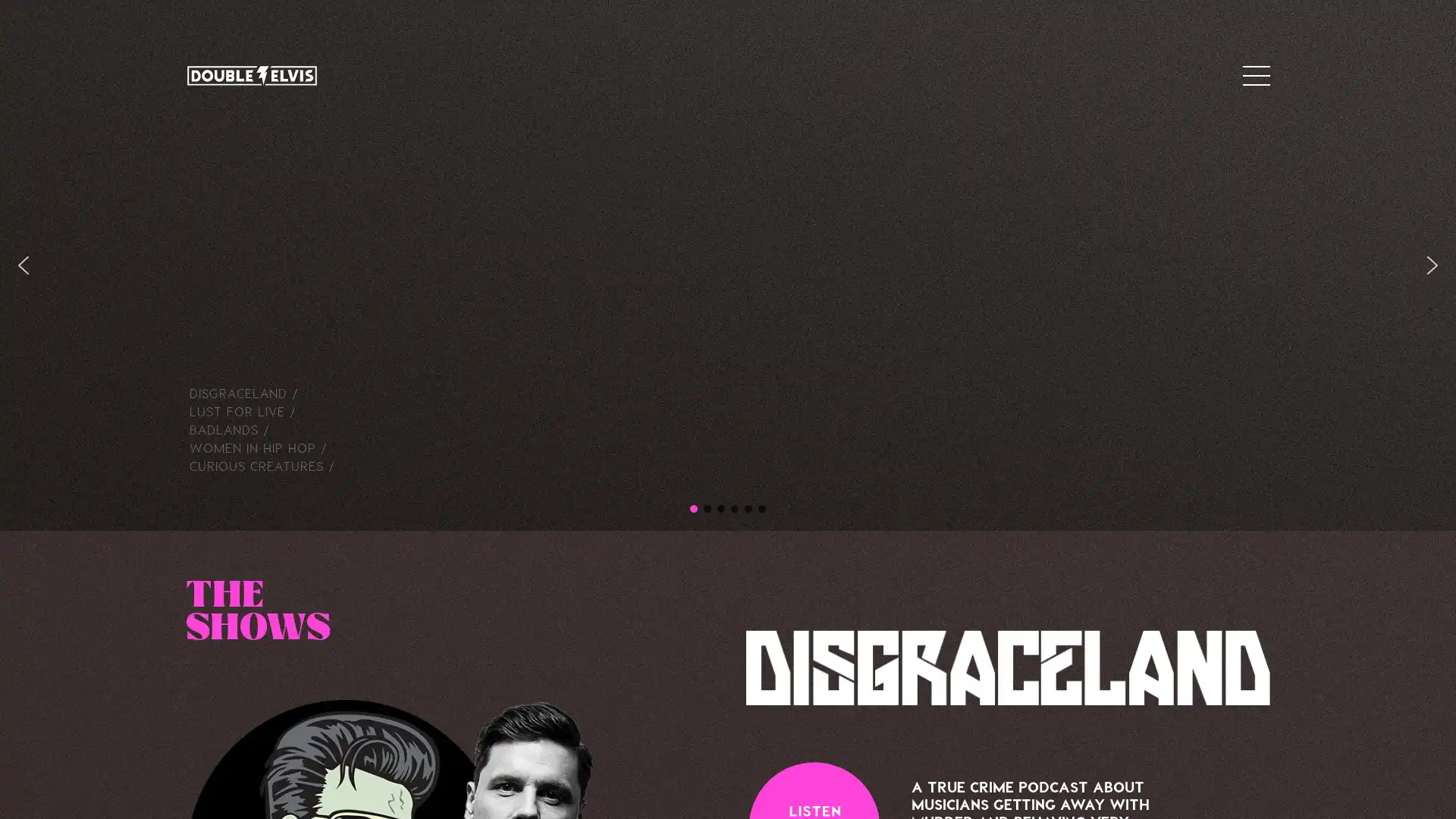 The width and height of the screenshot is (1456, 819). Describe the element at coordinates (761, 509) in the screenshot. I see `CC` at that location.